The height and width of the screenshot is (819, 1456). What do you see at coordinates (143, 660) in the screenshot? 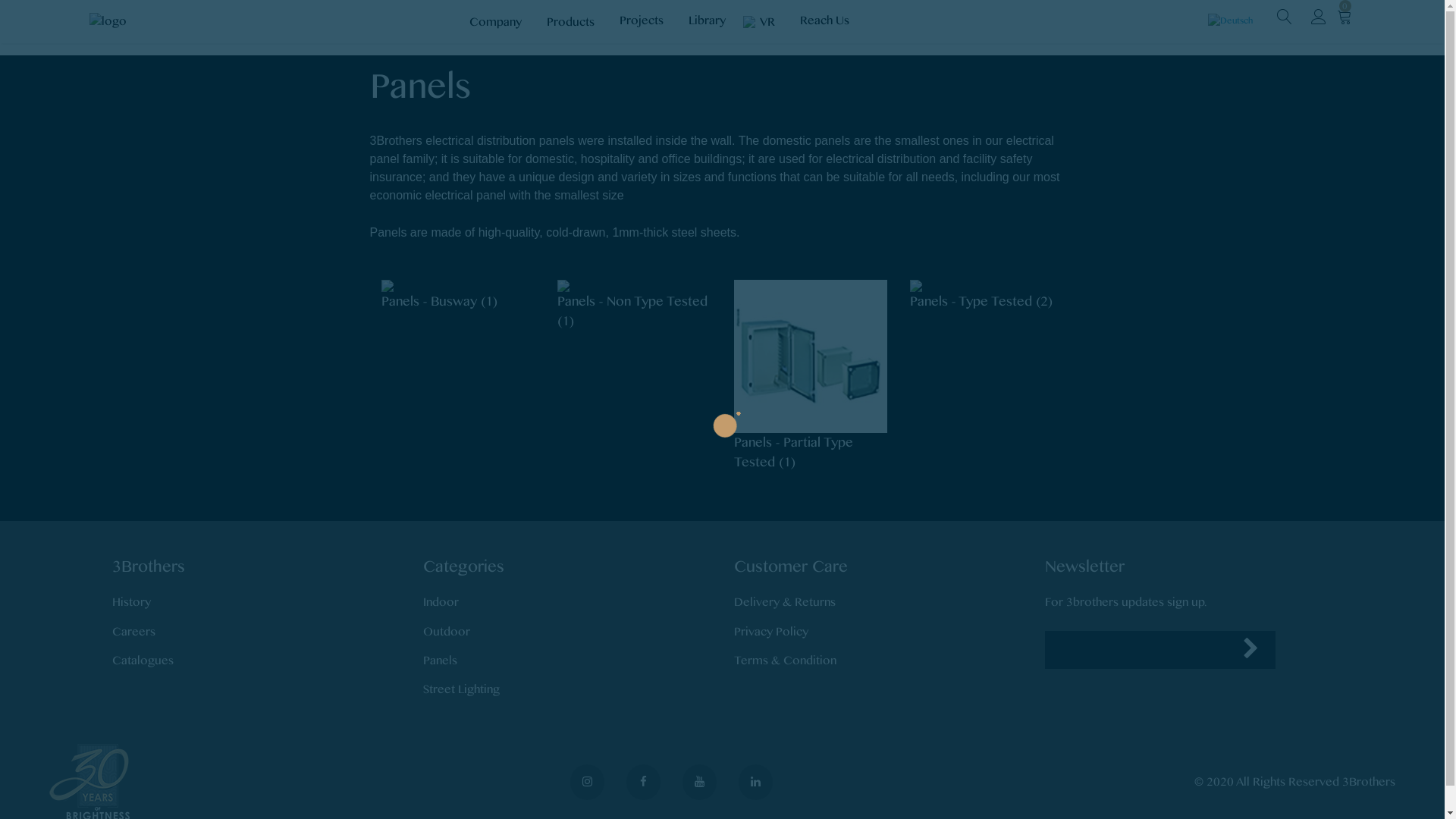
I see `'Catalogues'` at bounding box center [143, 660].